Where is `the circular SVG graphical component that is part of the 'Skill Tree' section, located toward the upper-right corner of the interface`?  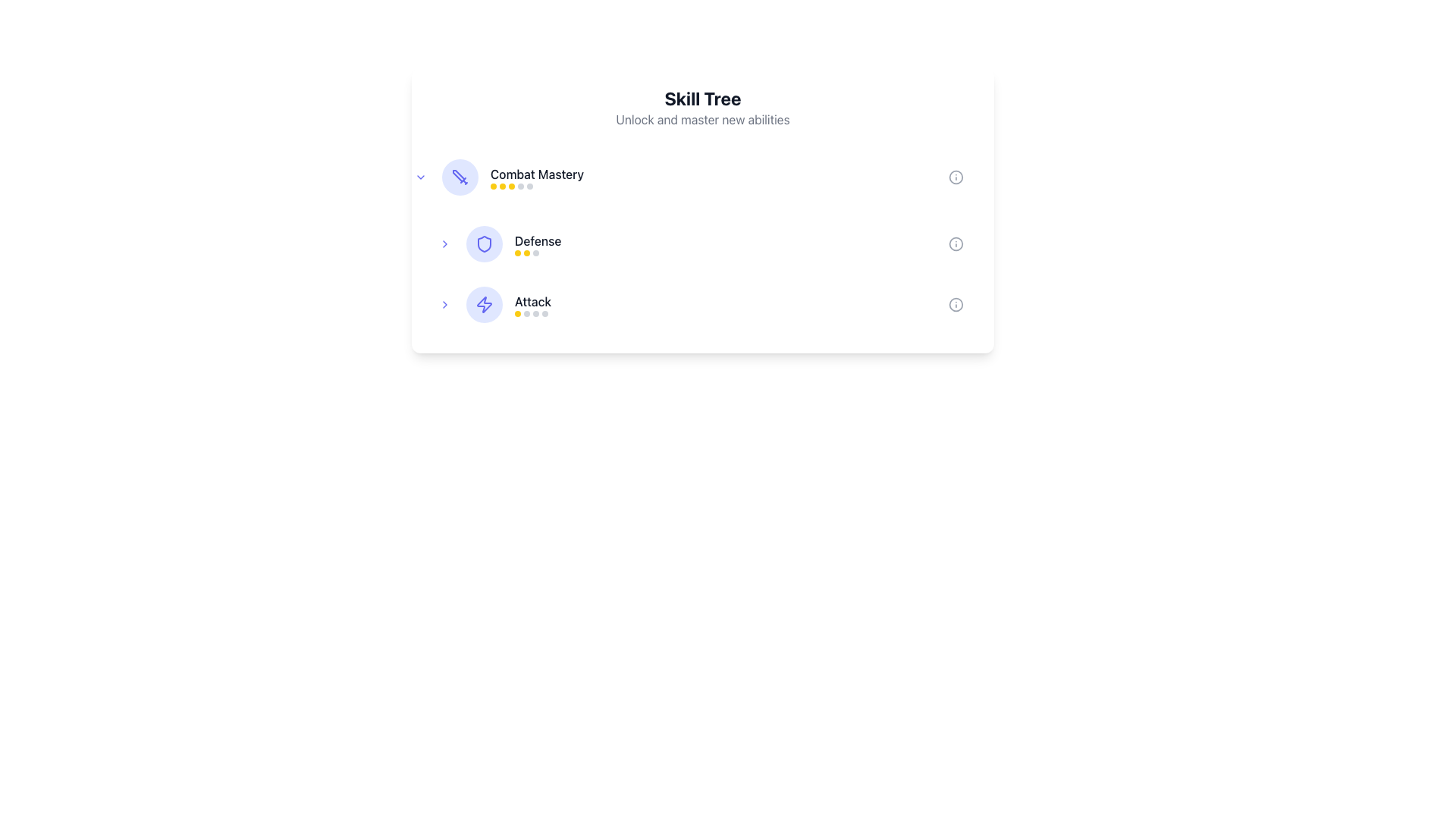
the circular SVG graphical component that is part of the 'Skill Tree' section, located toward the upper-right corner of the interface is located at coordinates (955, 177).